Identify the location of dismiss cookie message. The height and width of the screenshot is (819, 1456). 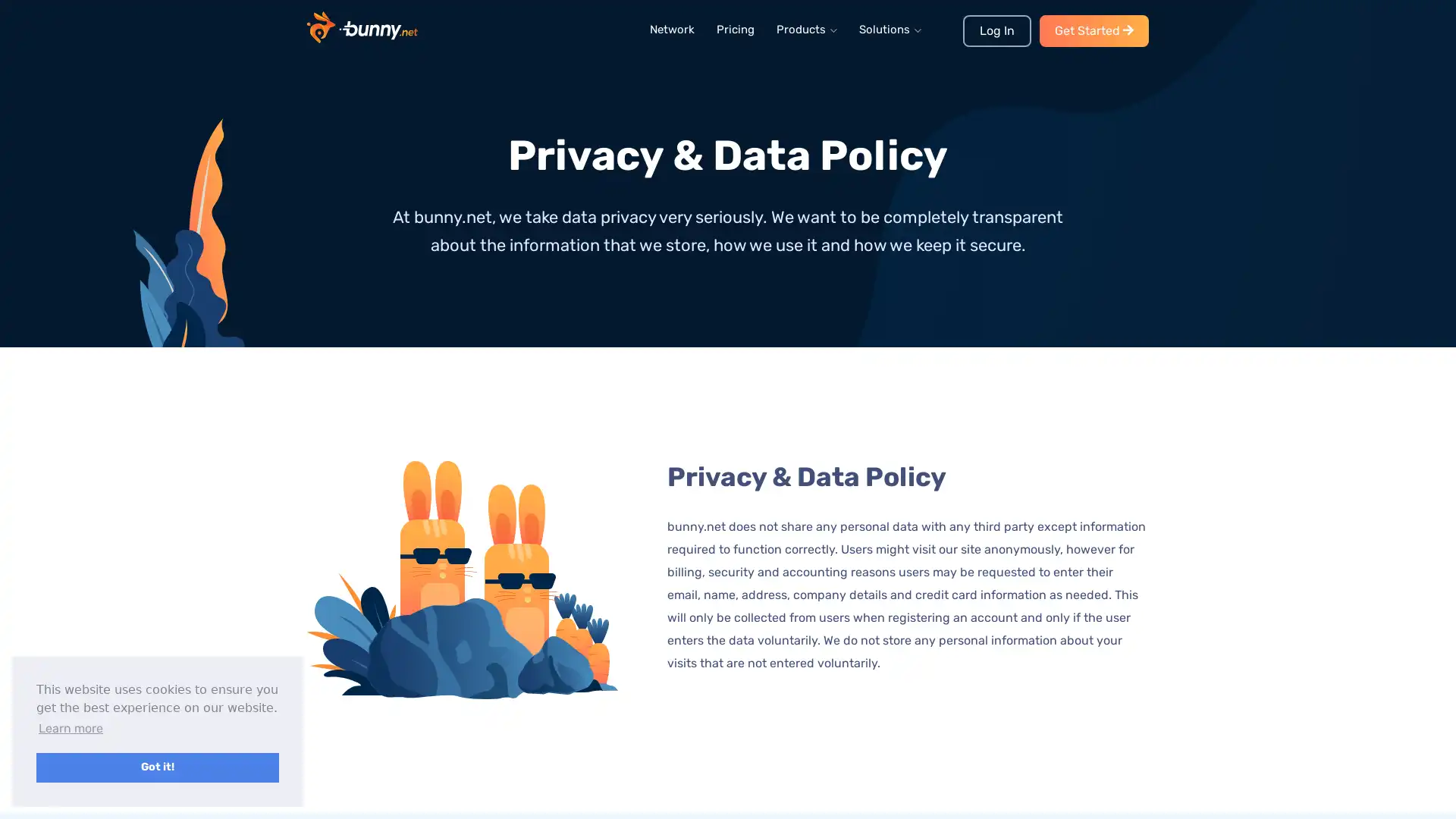
(157, 767).